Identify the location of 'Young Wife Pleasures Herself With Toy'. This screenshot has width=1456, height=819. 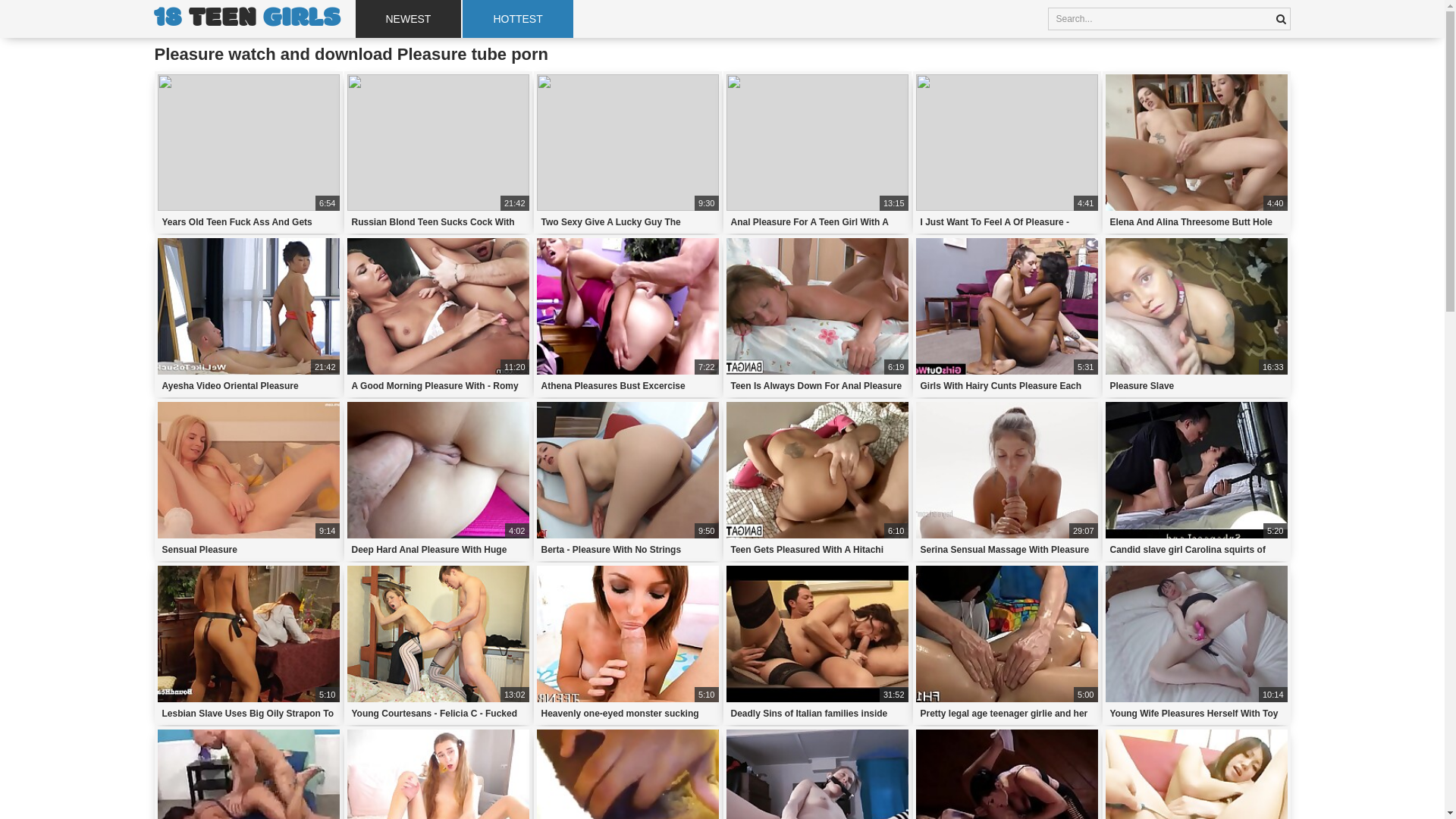
(1196, 714).